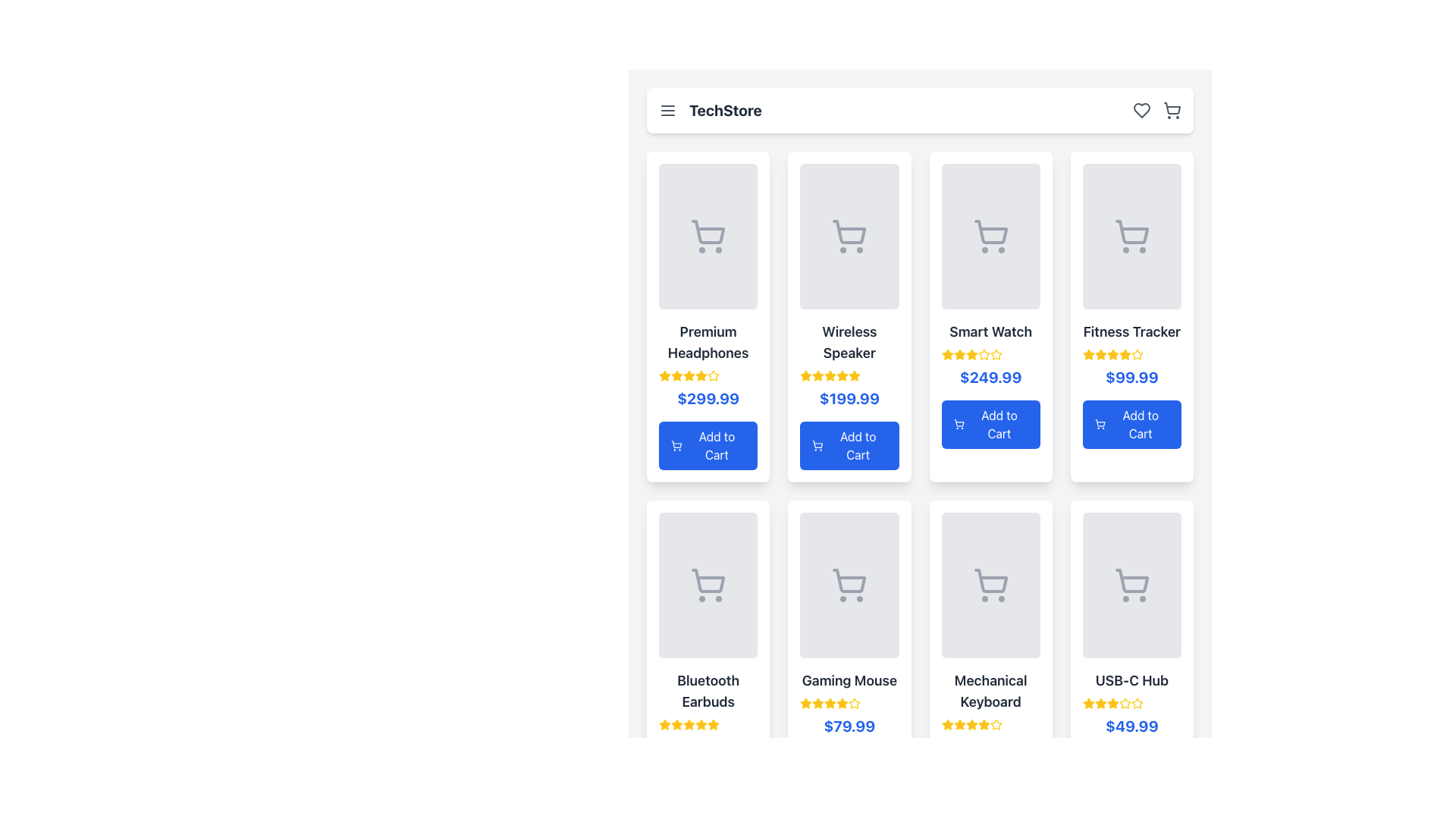  What do you see at coordinates (958, 423) in the screenshot?
I see `the shopping cart icon located in the middle row of the 'Smart Watch' product card's Add to Cart button area` at bounding box center [958, 423].